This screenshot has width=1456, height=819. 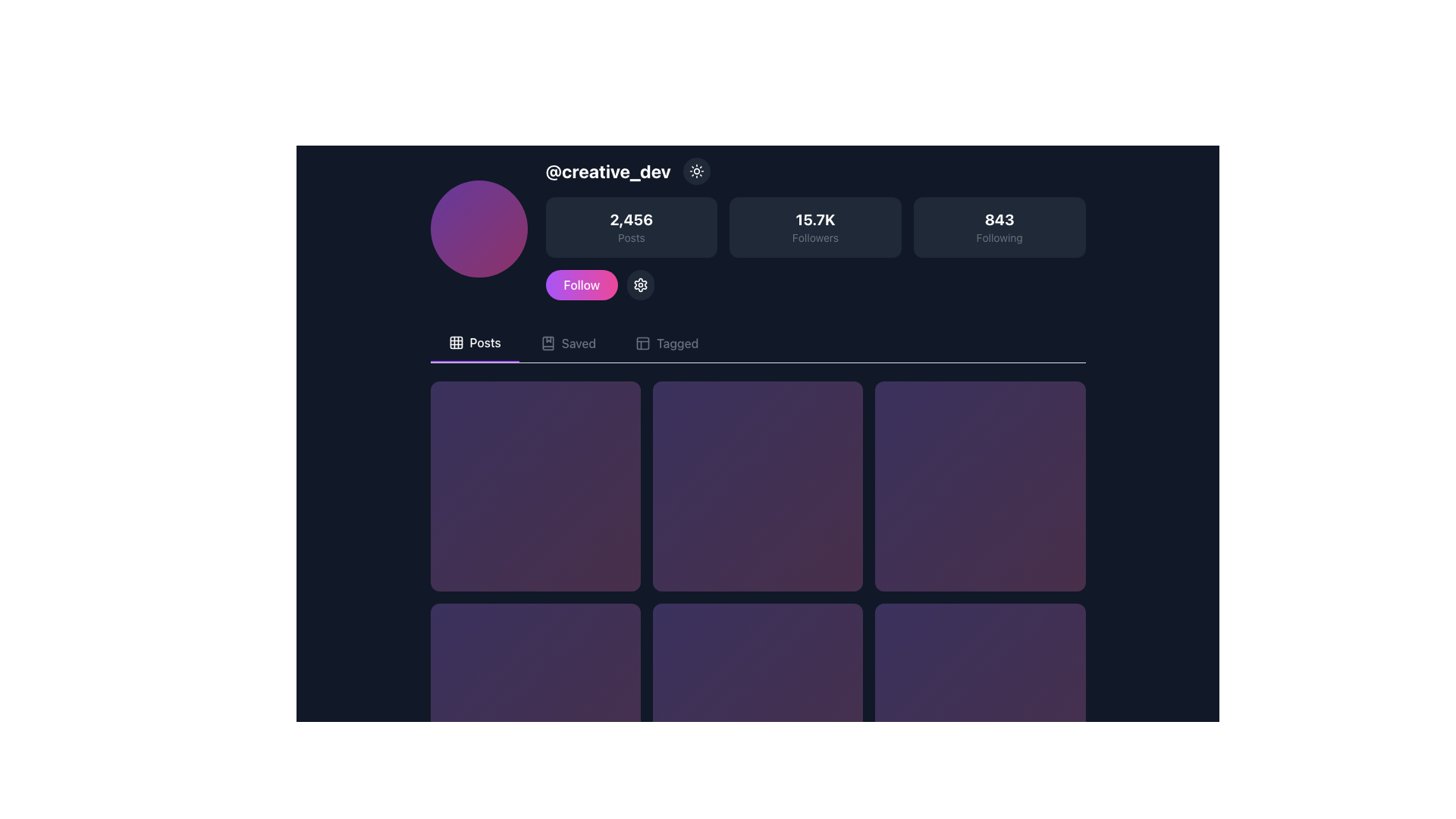 What do you see at coordinates (814, 219) in the screenshot?
I see `text displayed in the bold font '15.7K' located in the center of a rounded rectangular card with a dark gray background, positioned between '2,456 Posts' and '843 Following' cards in the profile summary section` at bounding box center [814, 219].